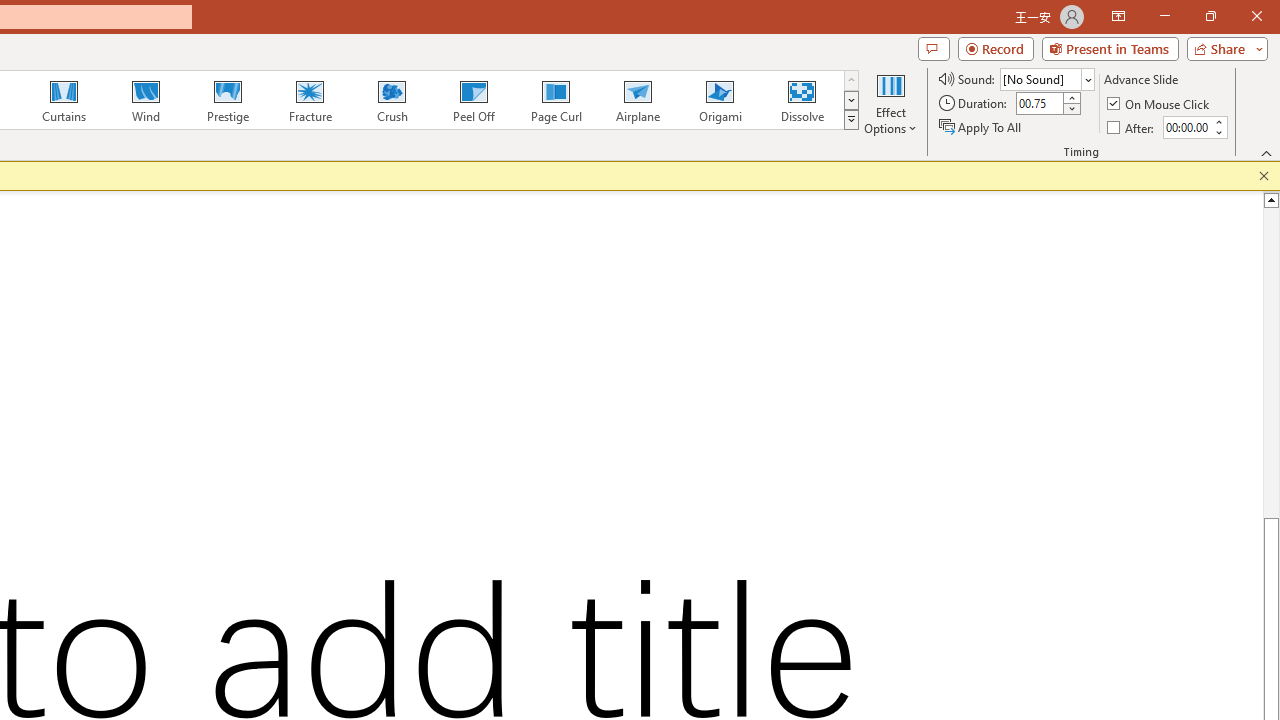 Image resolution: width=1280 pixels, height=720 pixels. I want to click on 'Apply To All', so click(981, 127).